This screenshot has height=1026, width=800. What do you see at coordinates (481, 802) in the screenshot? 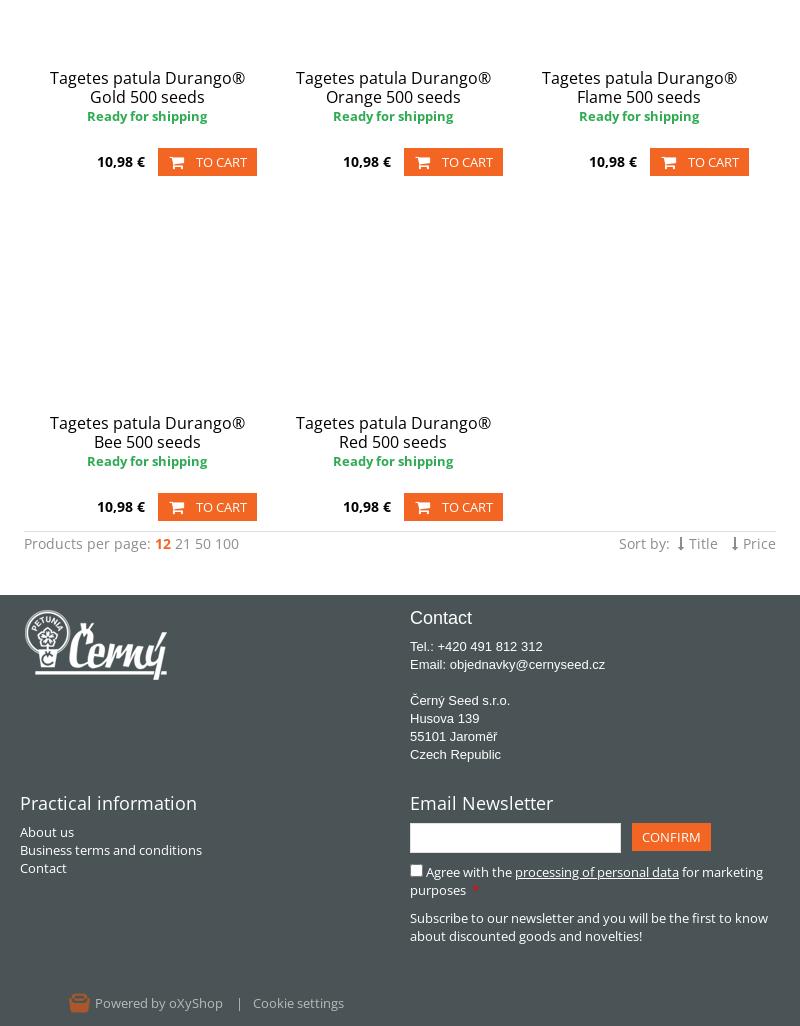
I see `'Email Newsletter'` at bounding box center [481, 802].